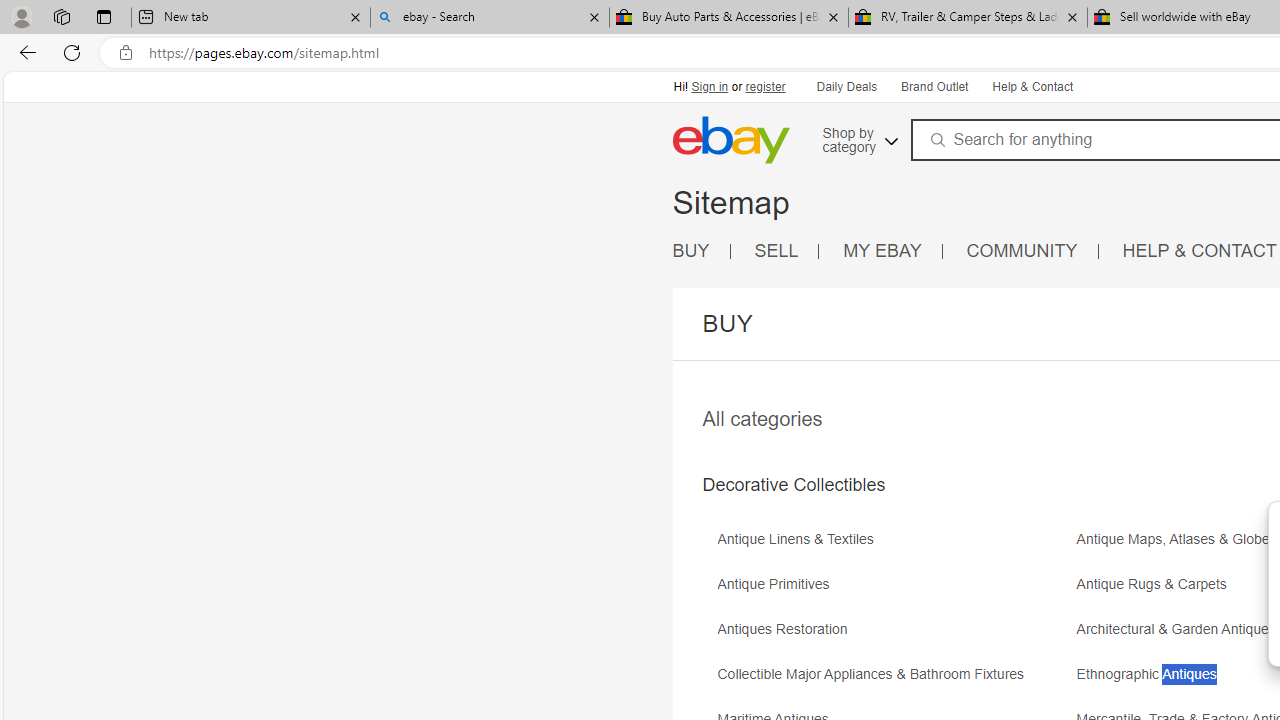 Image resolution: width=1280 pixels, height=720 pixels. What do you see at coordinates (1031, 85) in the screenshot?
I see `'Help & Contact'` at bounding box center [1031, 85].